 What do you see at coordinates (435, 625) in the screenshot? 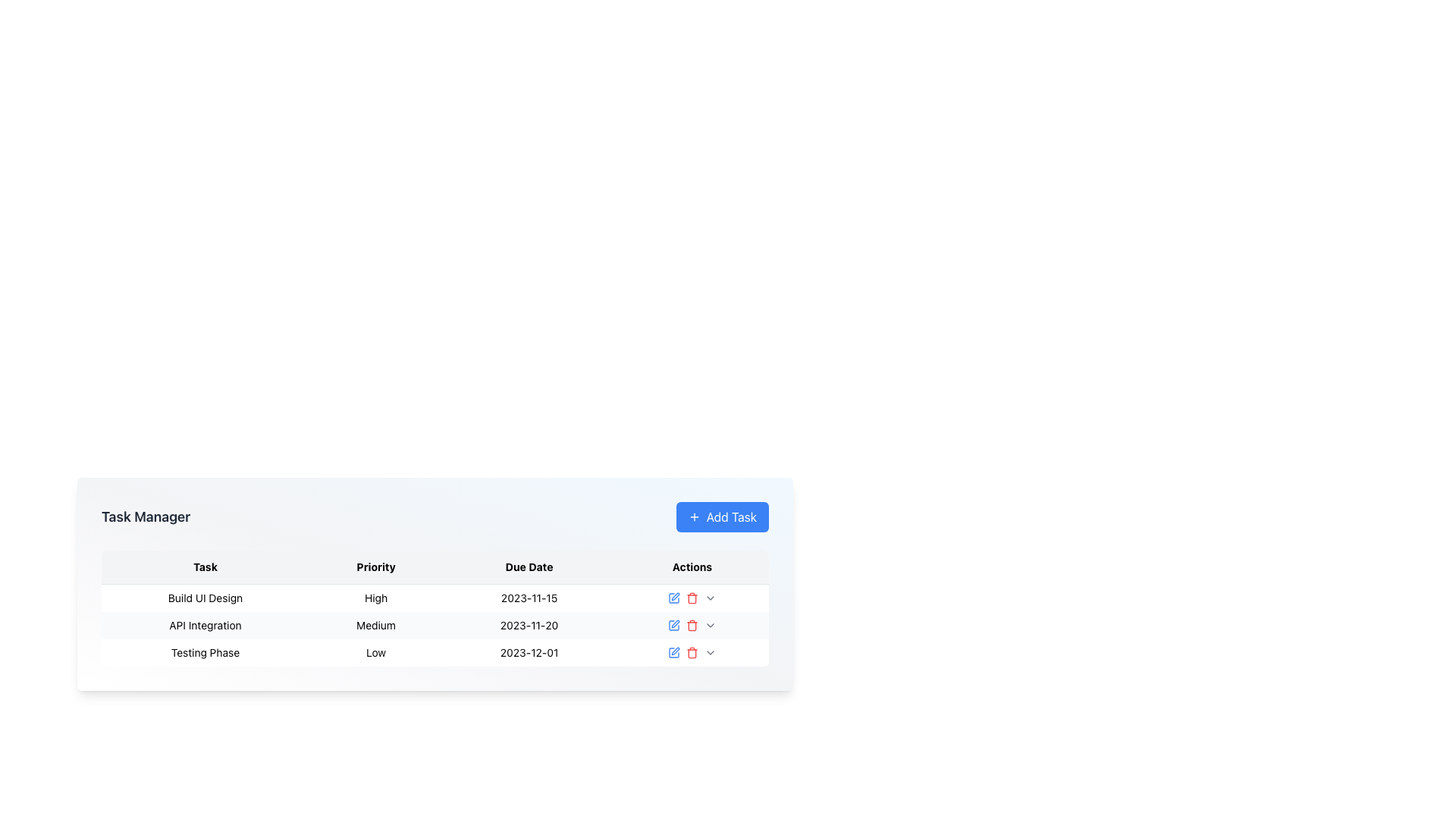
I see `task name and details from the second row of the task list table, which contains the task 'API Integration' with priority 'Medium' and due date '2023-11-20'` at bounding box center [435, 625].